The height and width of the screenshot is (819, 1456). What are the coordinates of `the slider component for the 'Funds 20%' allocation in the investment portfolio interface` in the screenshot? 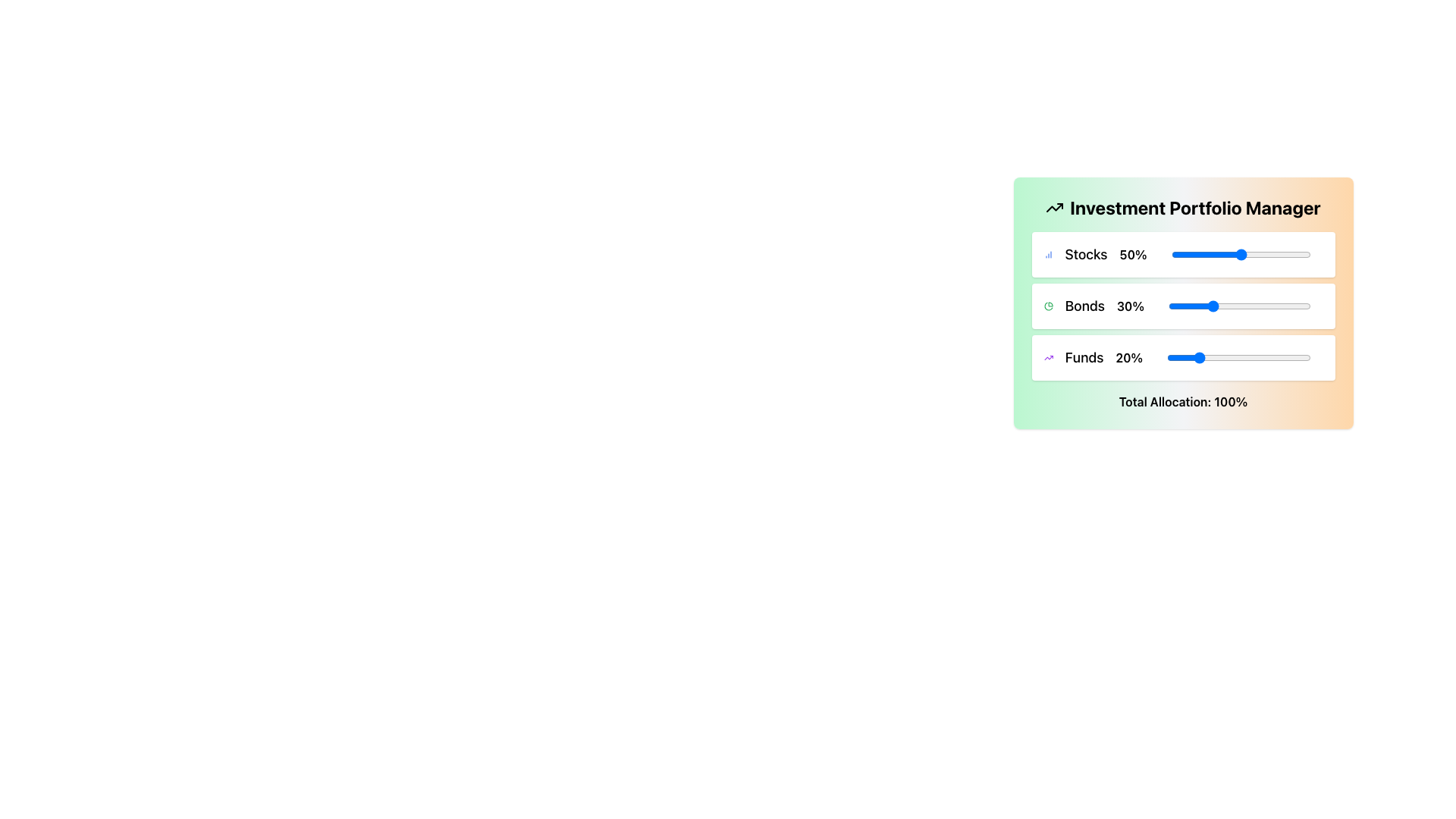 It's located at (1182, 357).